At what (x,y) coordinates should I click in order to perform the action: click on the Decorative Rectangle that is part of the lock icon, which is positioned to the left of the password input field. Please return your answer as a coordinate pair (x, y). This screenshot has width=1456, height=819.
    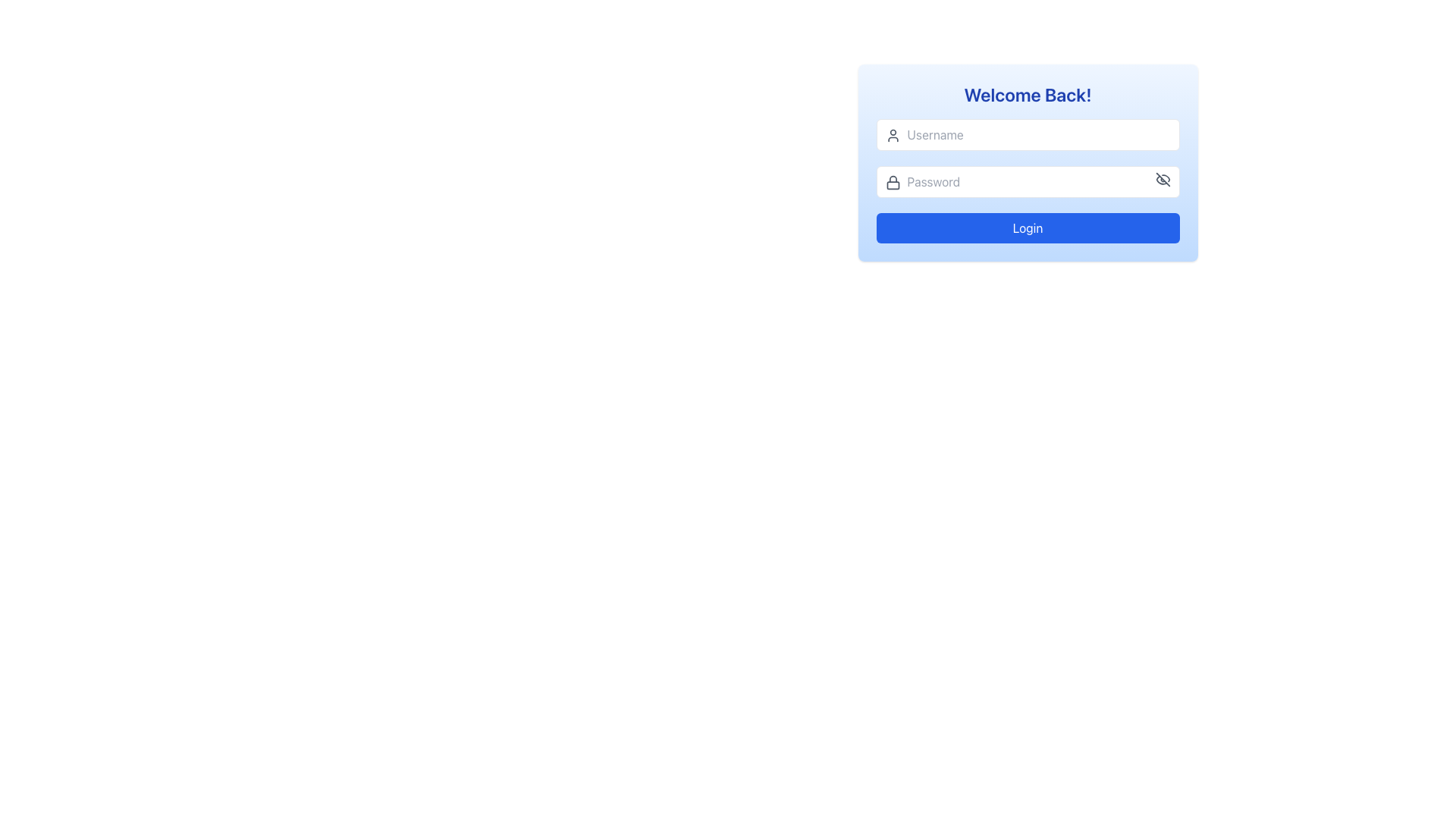
    Looking at the image, I should click on (893, 184).